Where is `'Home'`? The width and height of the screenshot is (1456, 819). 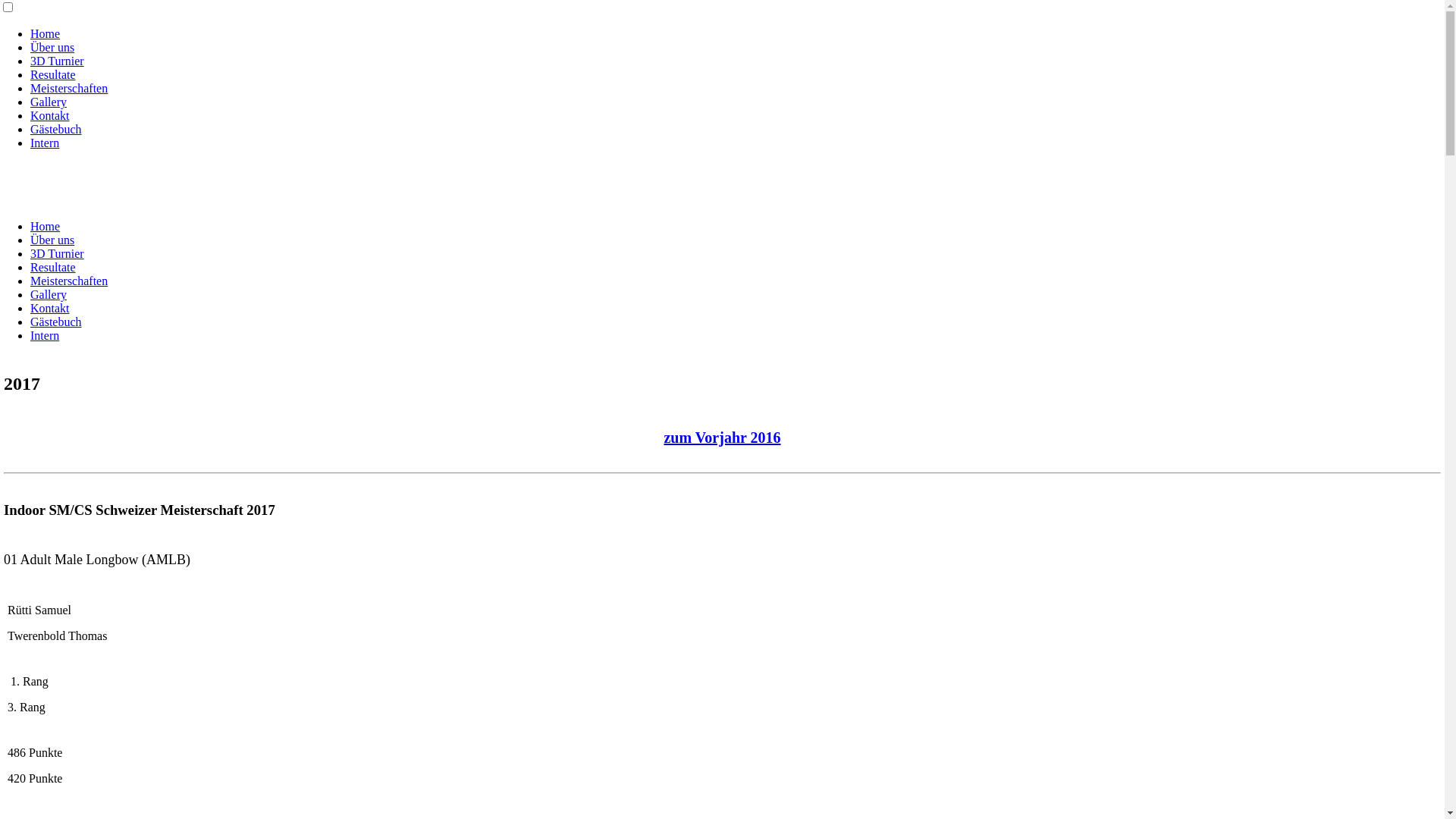
'Home' is located at coordinates (45, 226).